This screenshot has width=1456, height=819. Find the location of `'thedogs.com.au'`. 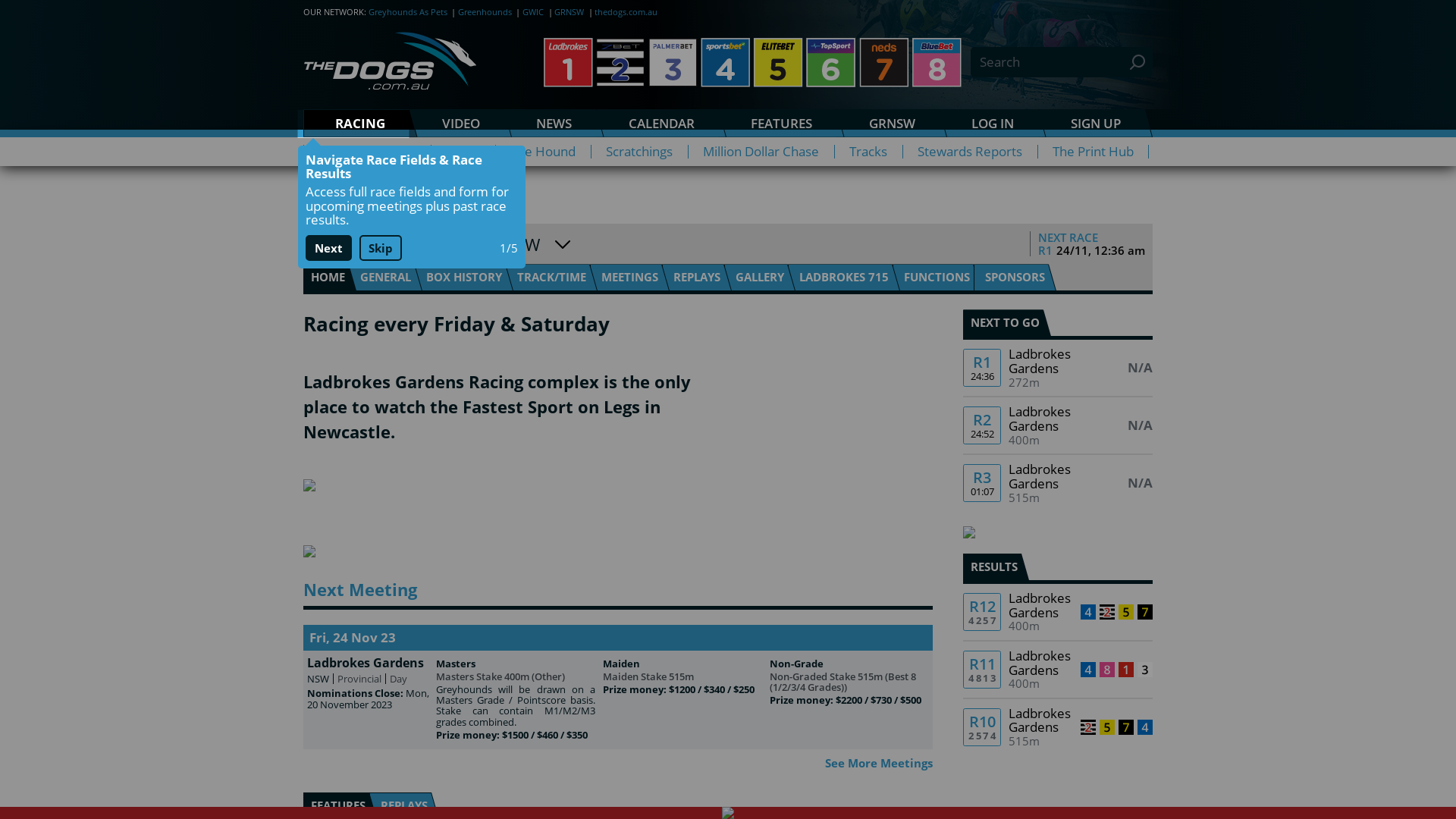

'thedogs.com.au' is located at coordinates (626, 11).